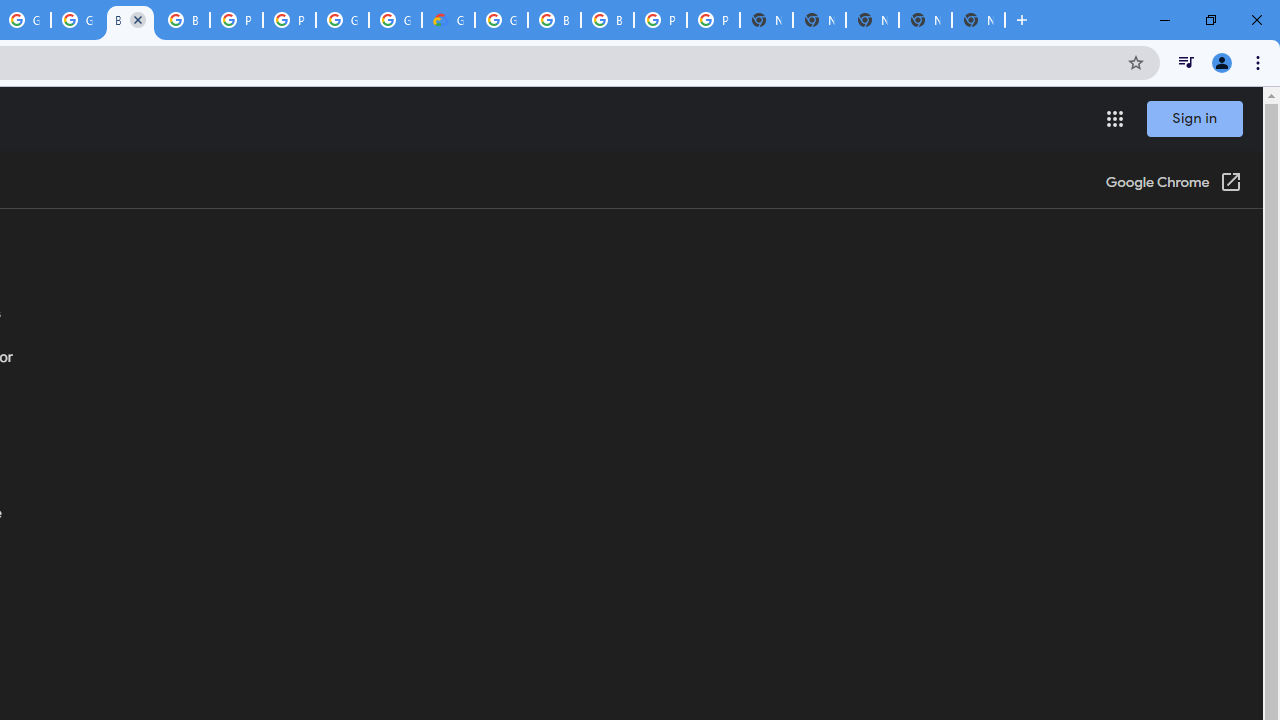 The height and width of the screenshot is (720, 1280). Describe the element at coordinates (129, 20) in the screenshot. I see `'Browse Chrome as a guest - Computer - Google Chrome Help'` at that location.